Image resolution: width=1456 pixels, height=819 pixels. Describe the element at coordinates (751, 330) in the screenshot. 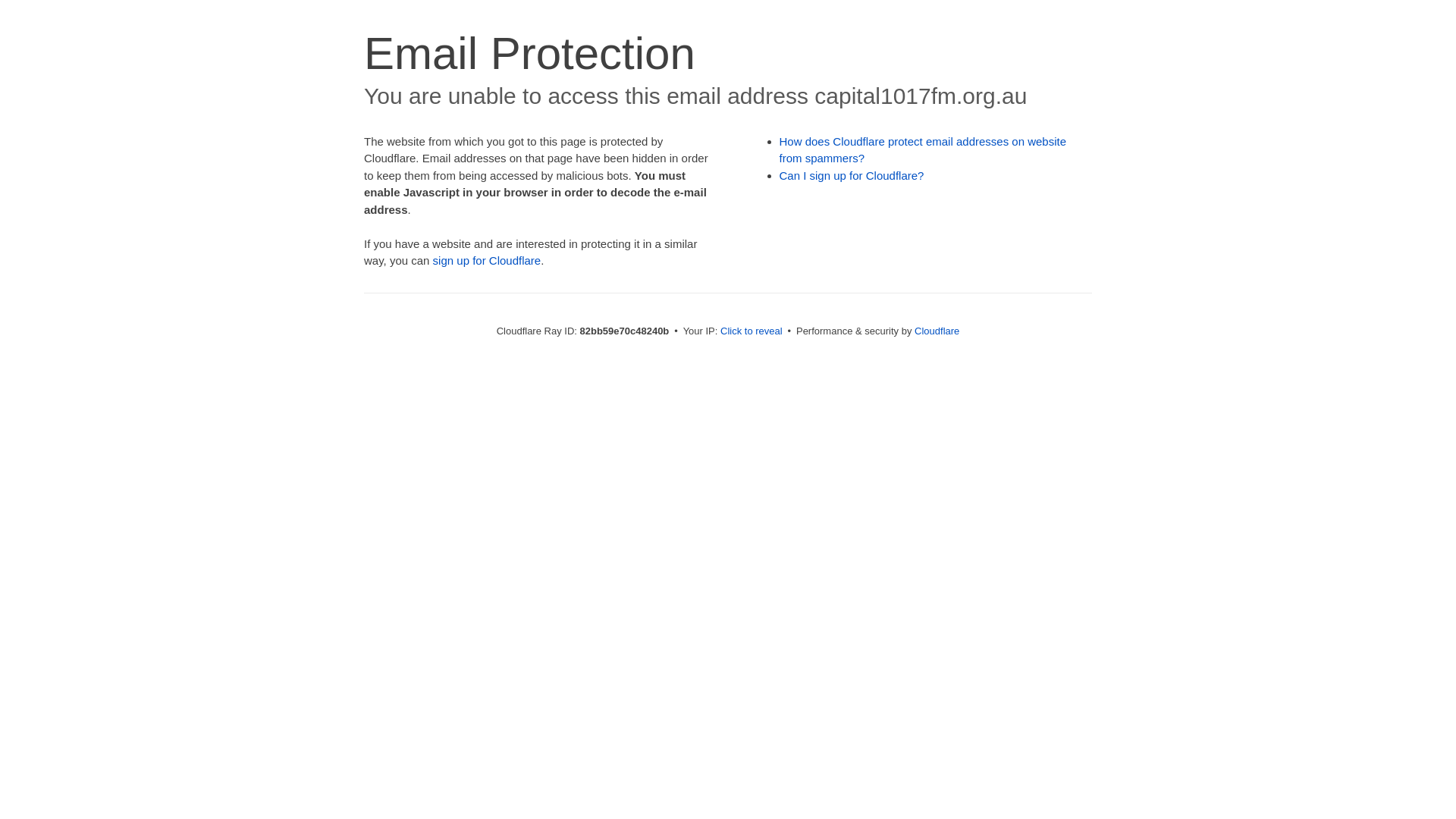

I see `'Click to reveal'` at that location.